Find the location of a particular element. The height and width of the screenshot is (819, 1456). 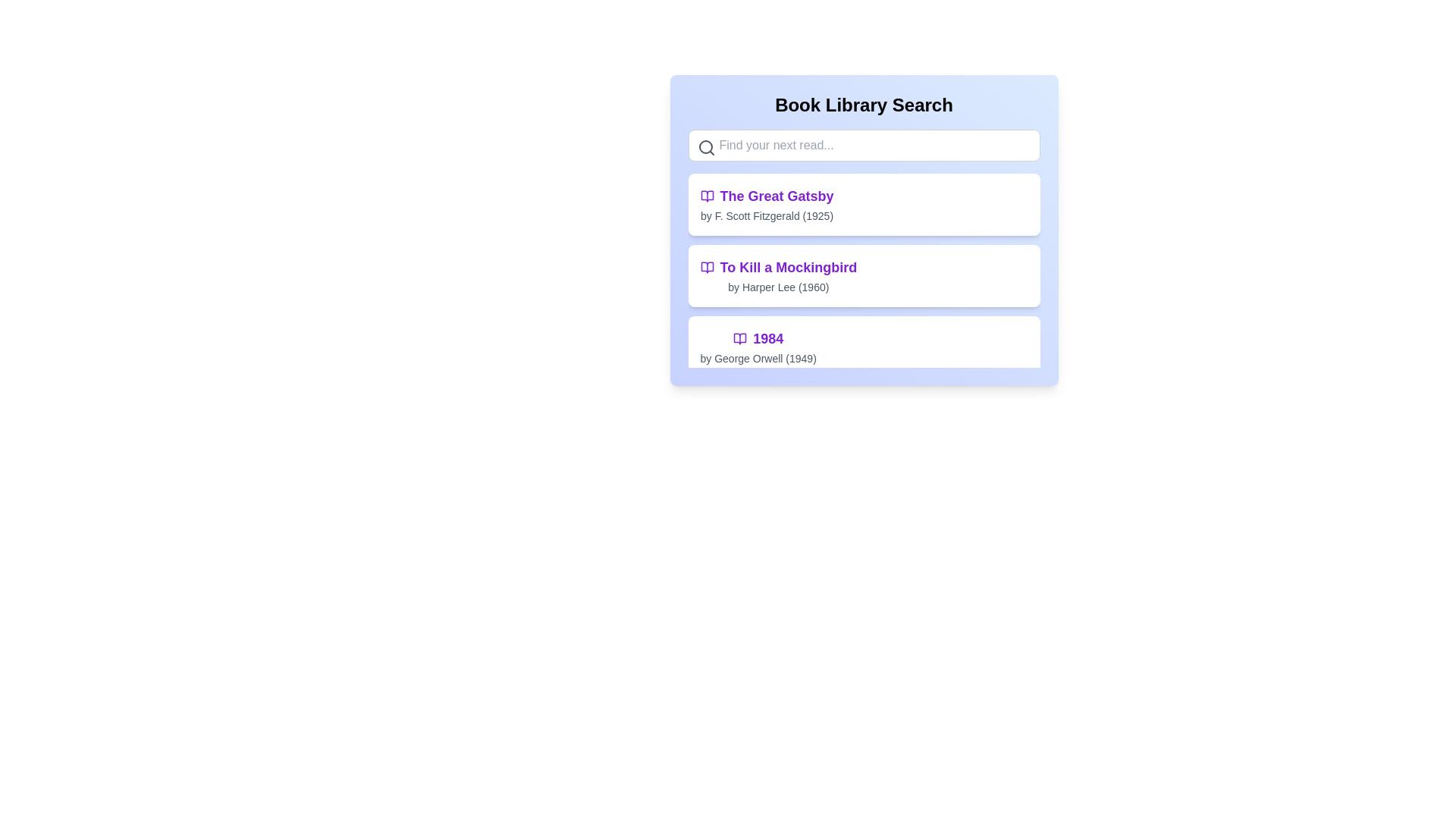

the second book entry in the library search results, which displays the title and author details, positioned between 'The Great Gatsby' and '1984' is located at coordinates (864, 275).